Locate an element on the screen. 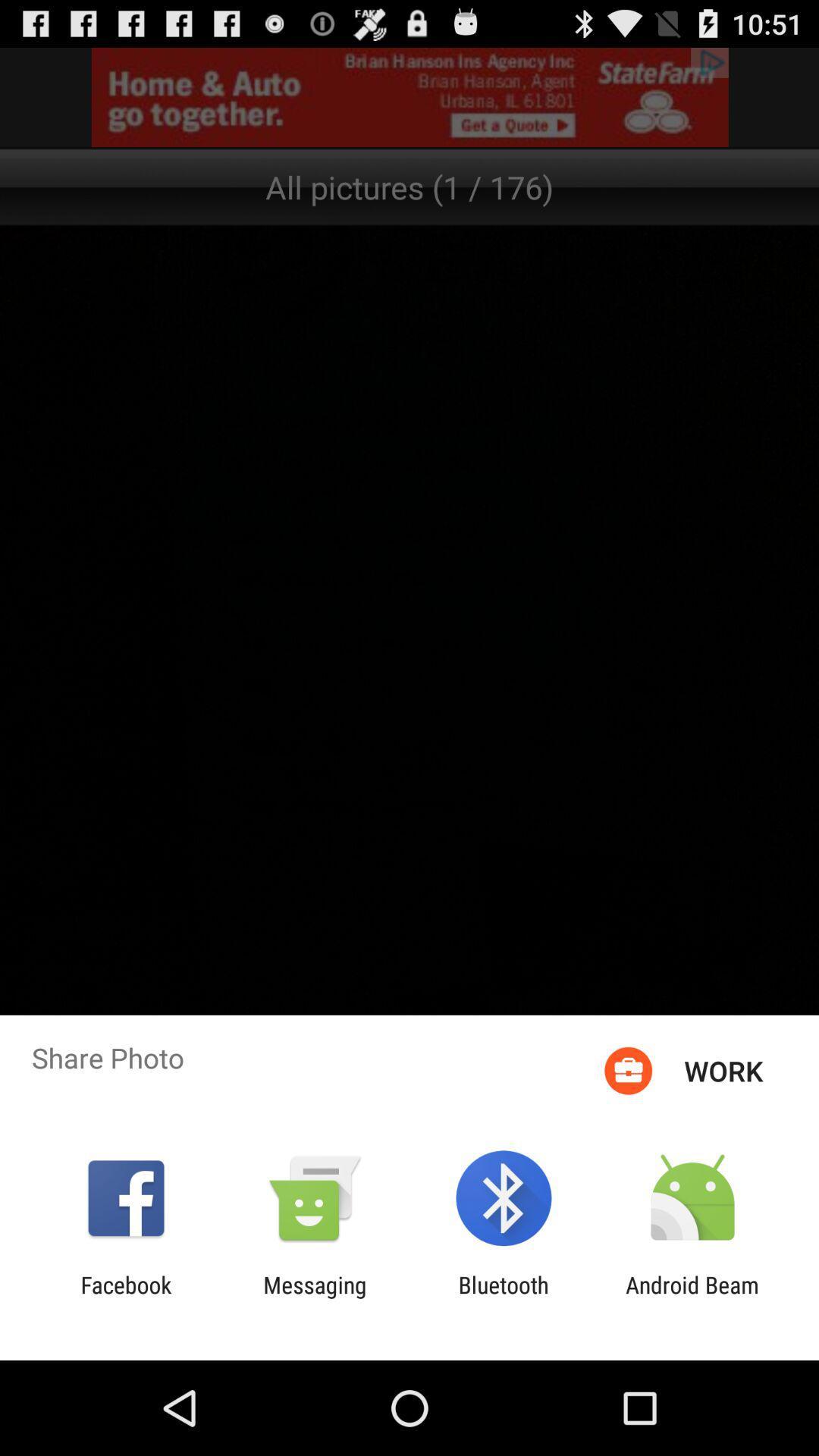 This screenshot has height=1456, width=819. the icon next to bluetooth is located at coordinates (314, 1298).